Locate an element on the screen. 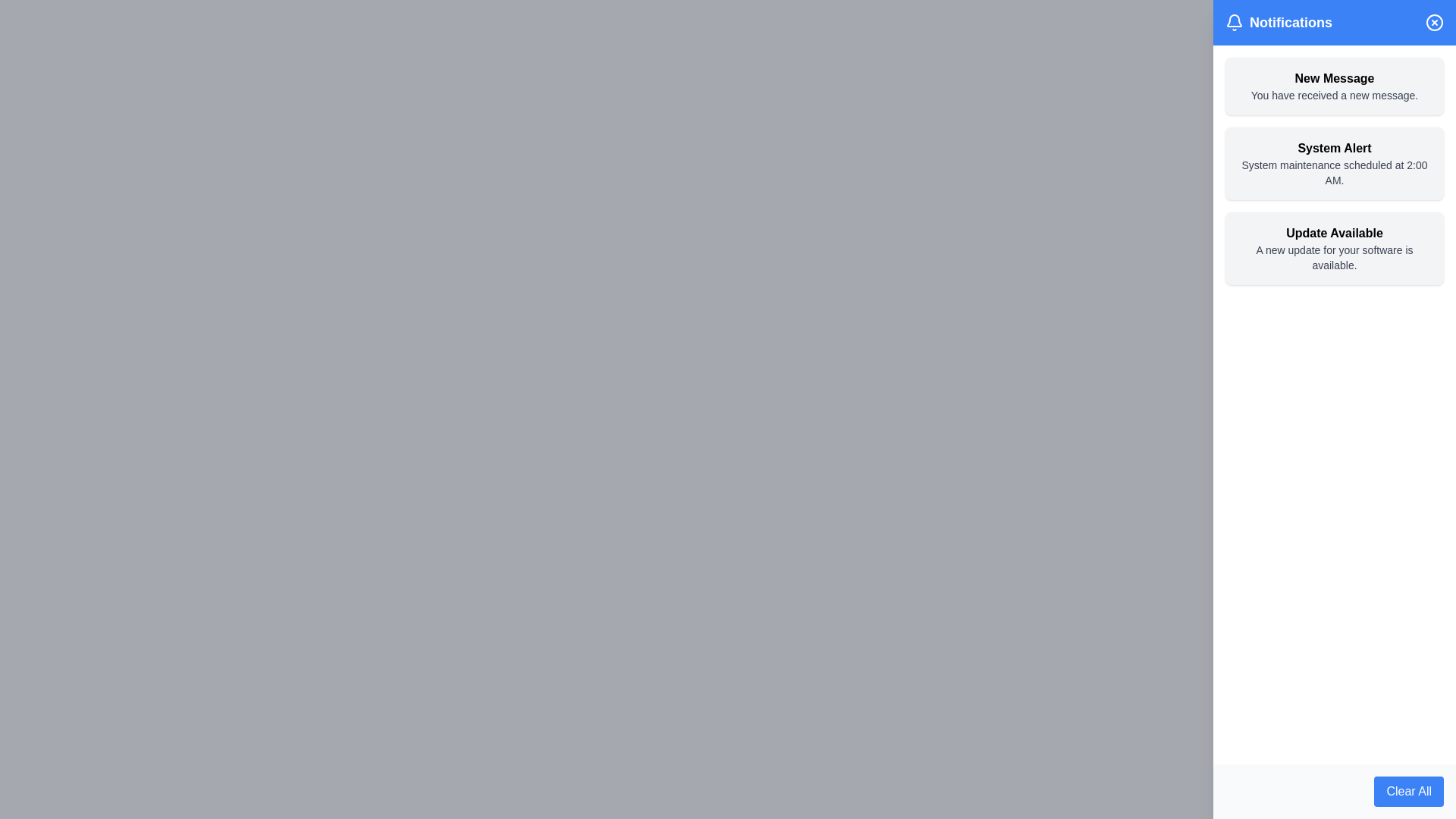  the Notification card that informs users about an upcoming system maintenance event at 2:00 AM, which is the second card in the vertical stack of notifications is located at coordinates (1335, 164).